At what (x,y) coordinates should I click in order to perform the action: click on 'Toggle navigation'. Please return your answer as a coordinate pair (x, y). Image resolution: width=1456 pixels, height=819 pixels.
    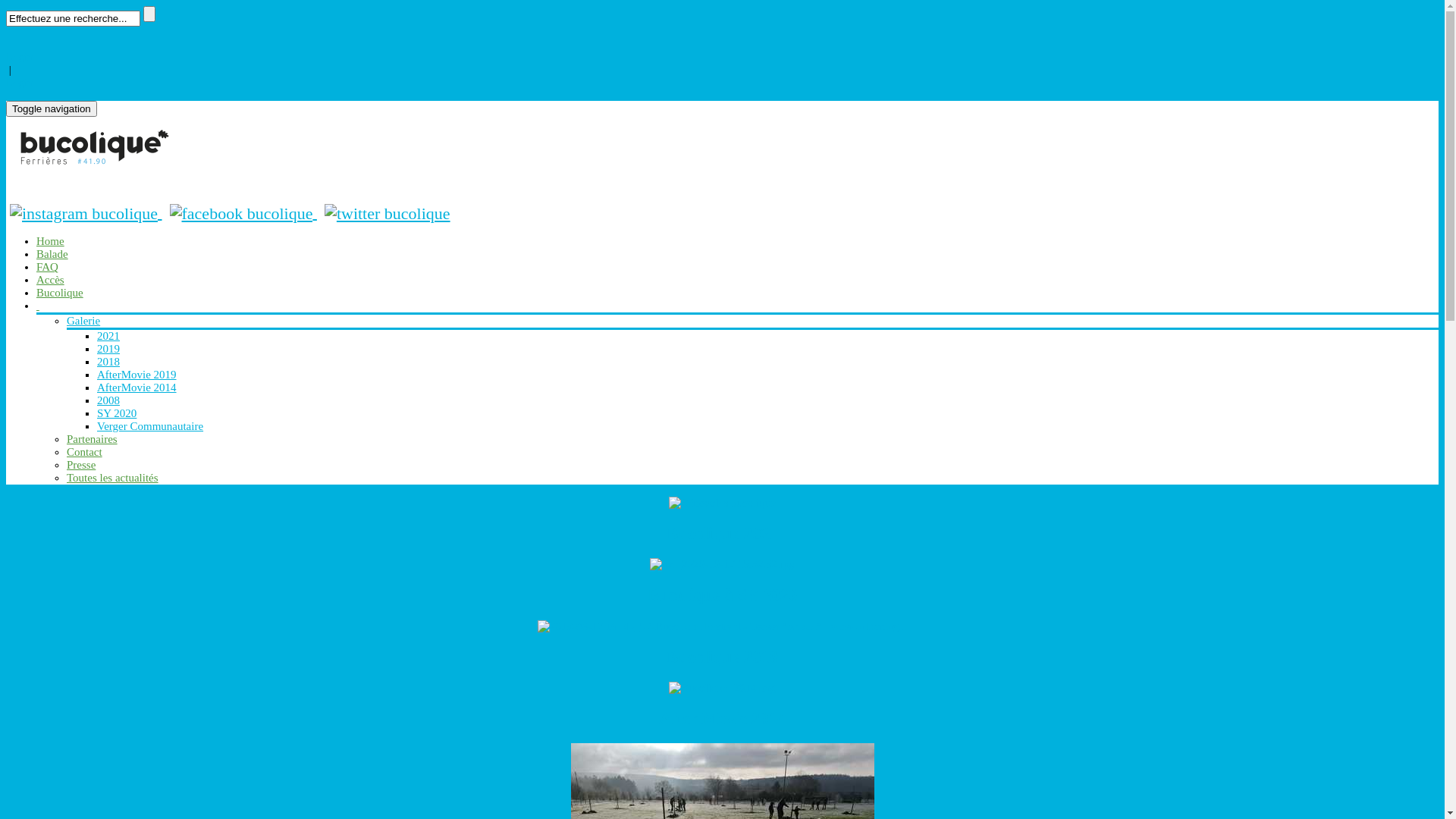
    Looking at the image, I should click on (51, 108).